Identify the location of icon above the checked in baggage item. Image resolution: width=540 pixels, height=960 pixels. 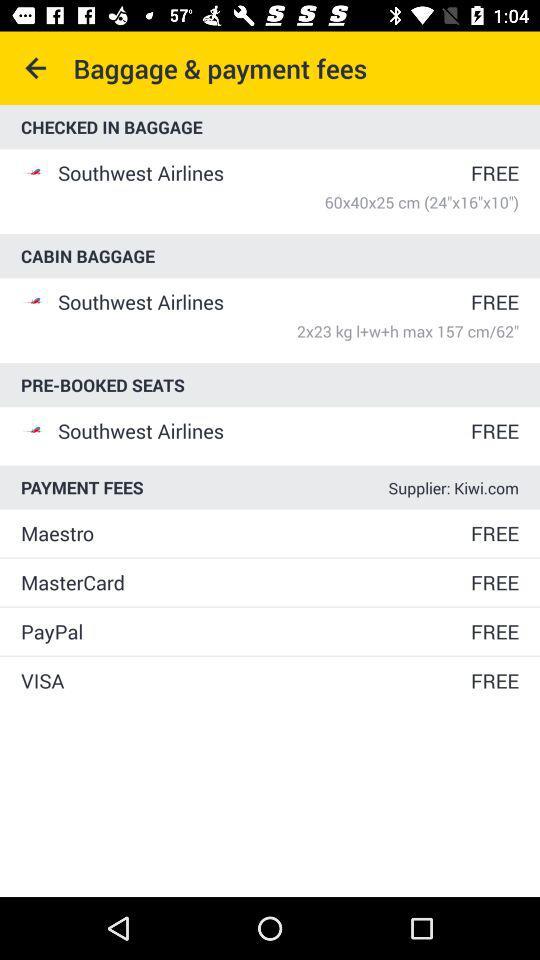
(36, 68).